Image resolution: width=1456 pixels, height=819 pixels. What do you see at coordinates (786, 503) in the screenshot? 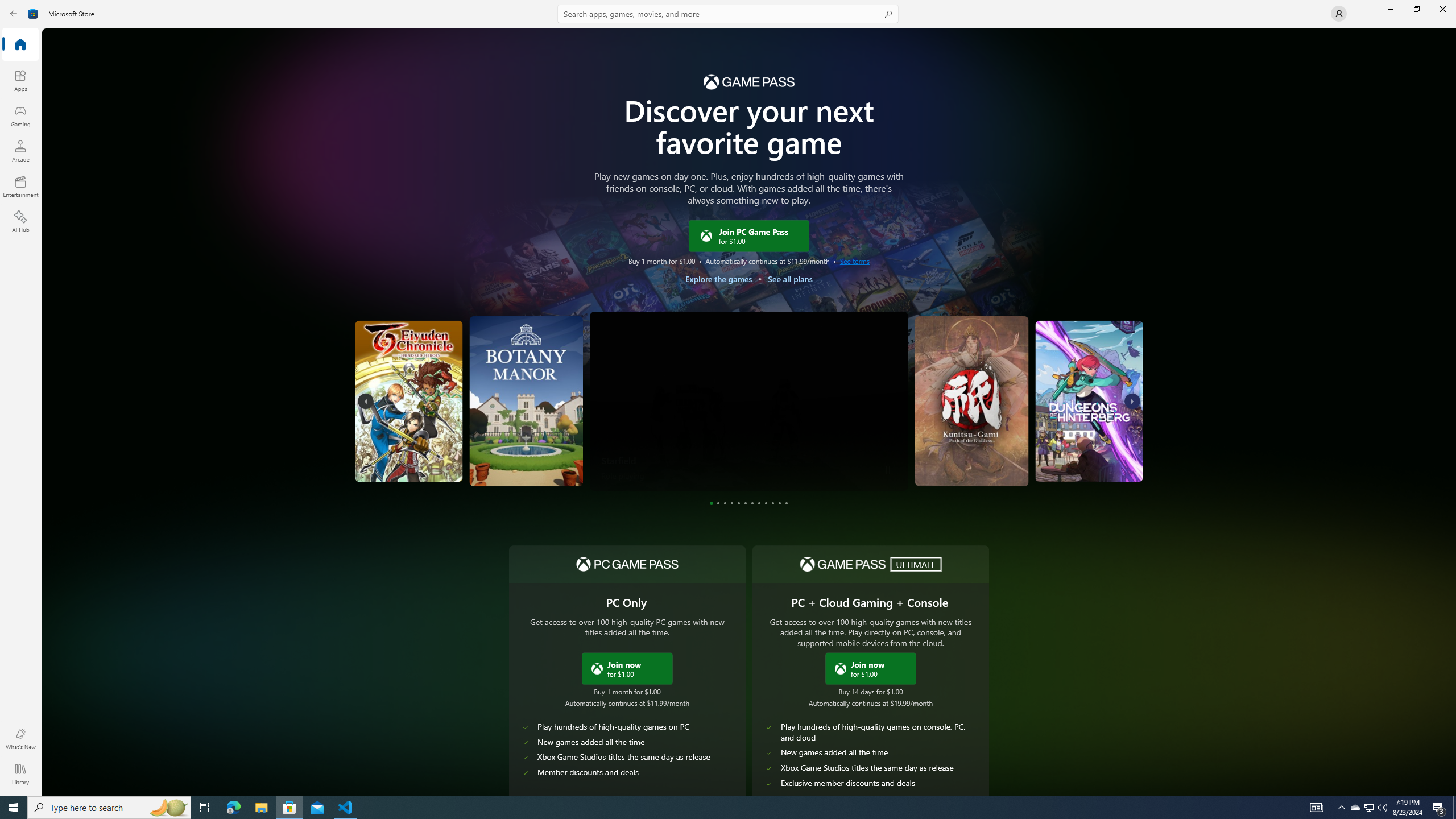
I see `'Page 12'` at bounding box center [786, 503].